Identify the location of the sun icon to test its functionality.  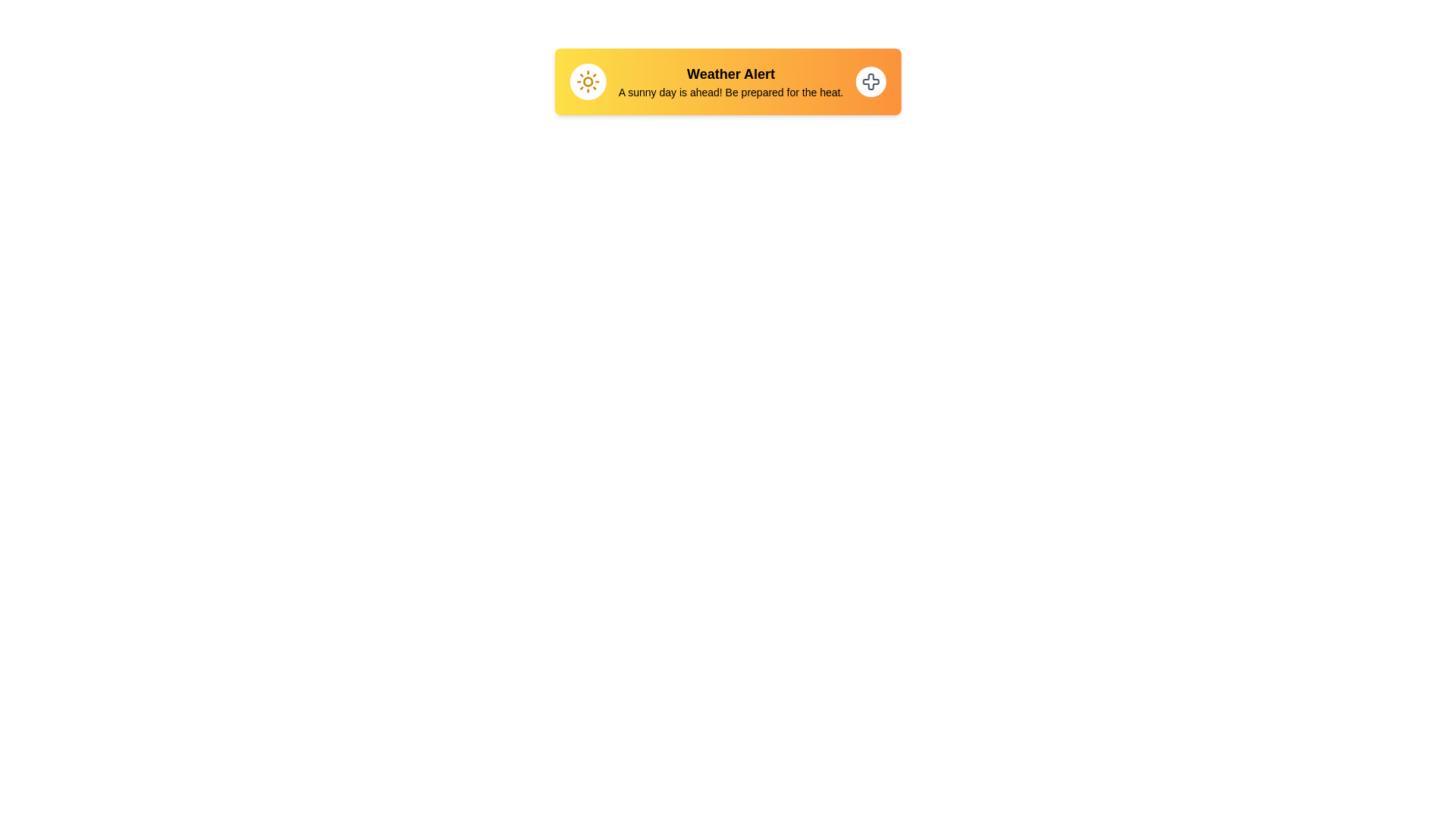
(587, 82).